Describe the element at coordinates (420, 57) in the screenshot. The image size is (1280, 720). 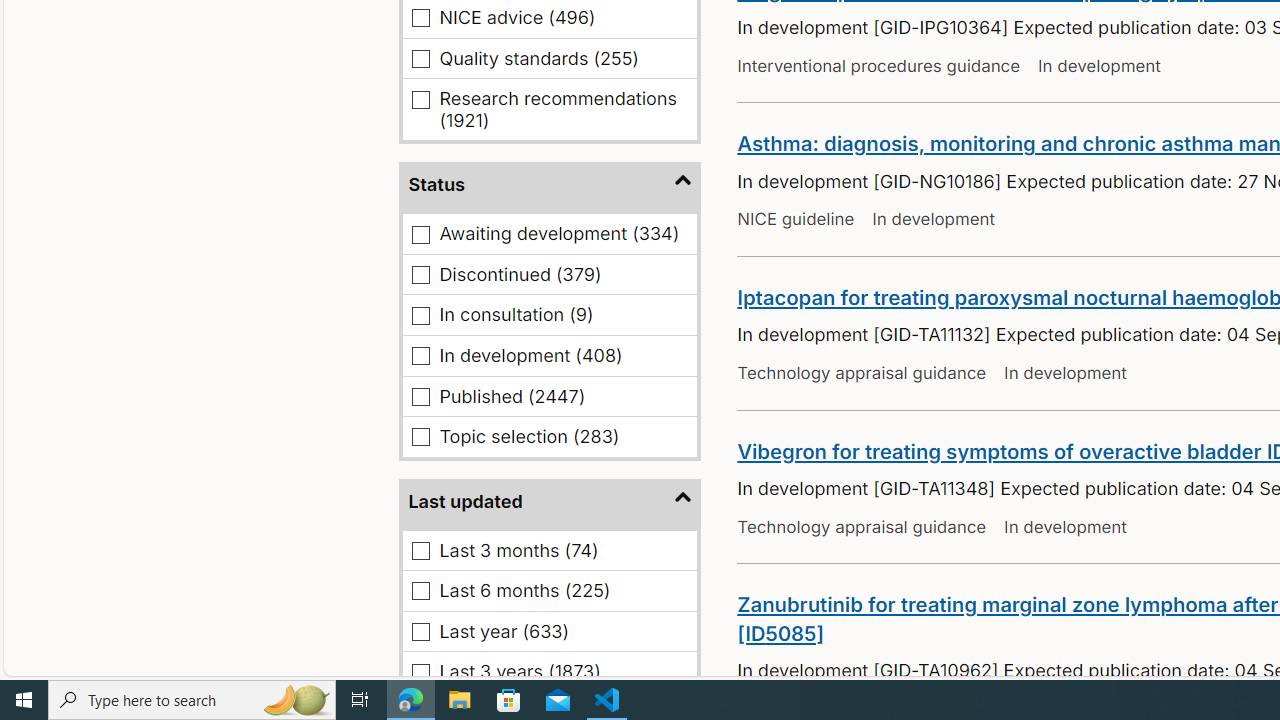
I see `'Quality standards (255)'` at that location.